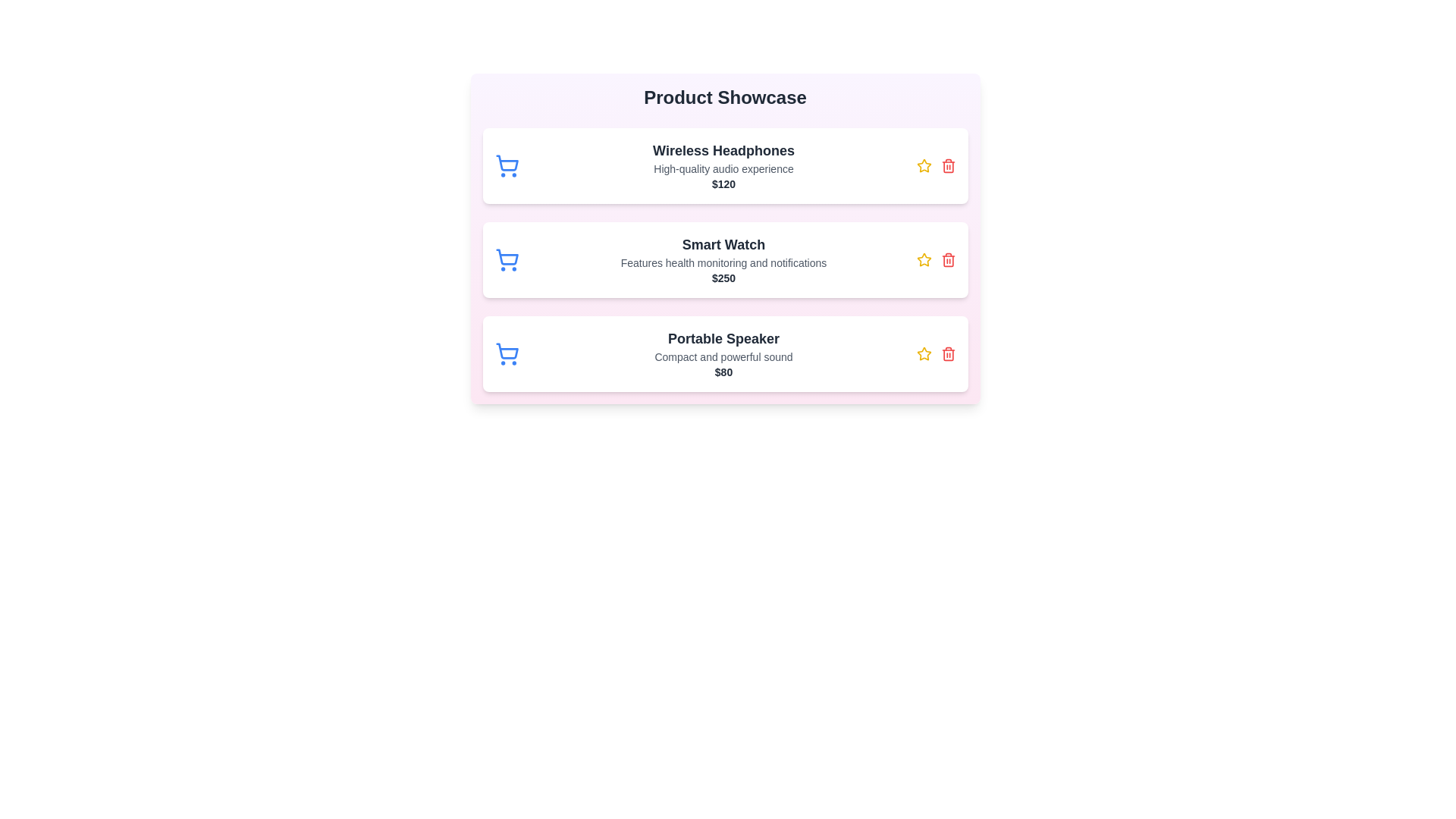  Describe the element at coordinates (947, 259) in the screenshot. I see `'Remove' button for the product named 'Smart Watch'` at that location.